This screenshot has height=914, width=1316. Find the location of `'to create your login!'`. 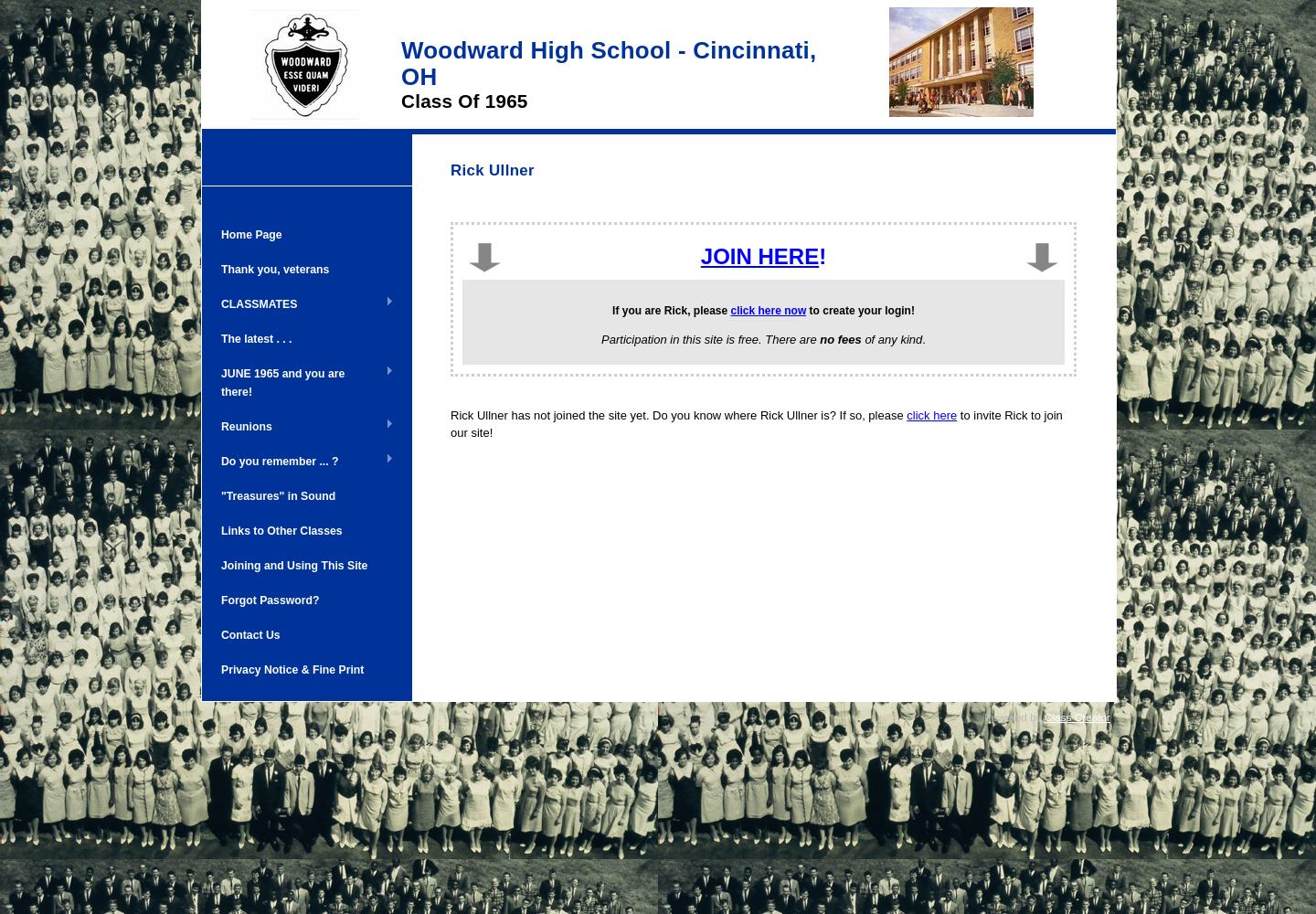

'to create your login!' is located at coordinates (860, 309).